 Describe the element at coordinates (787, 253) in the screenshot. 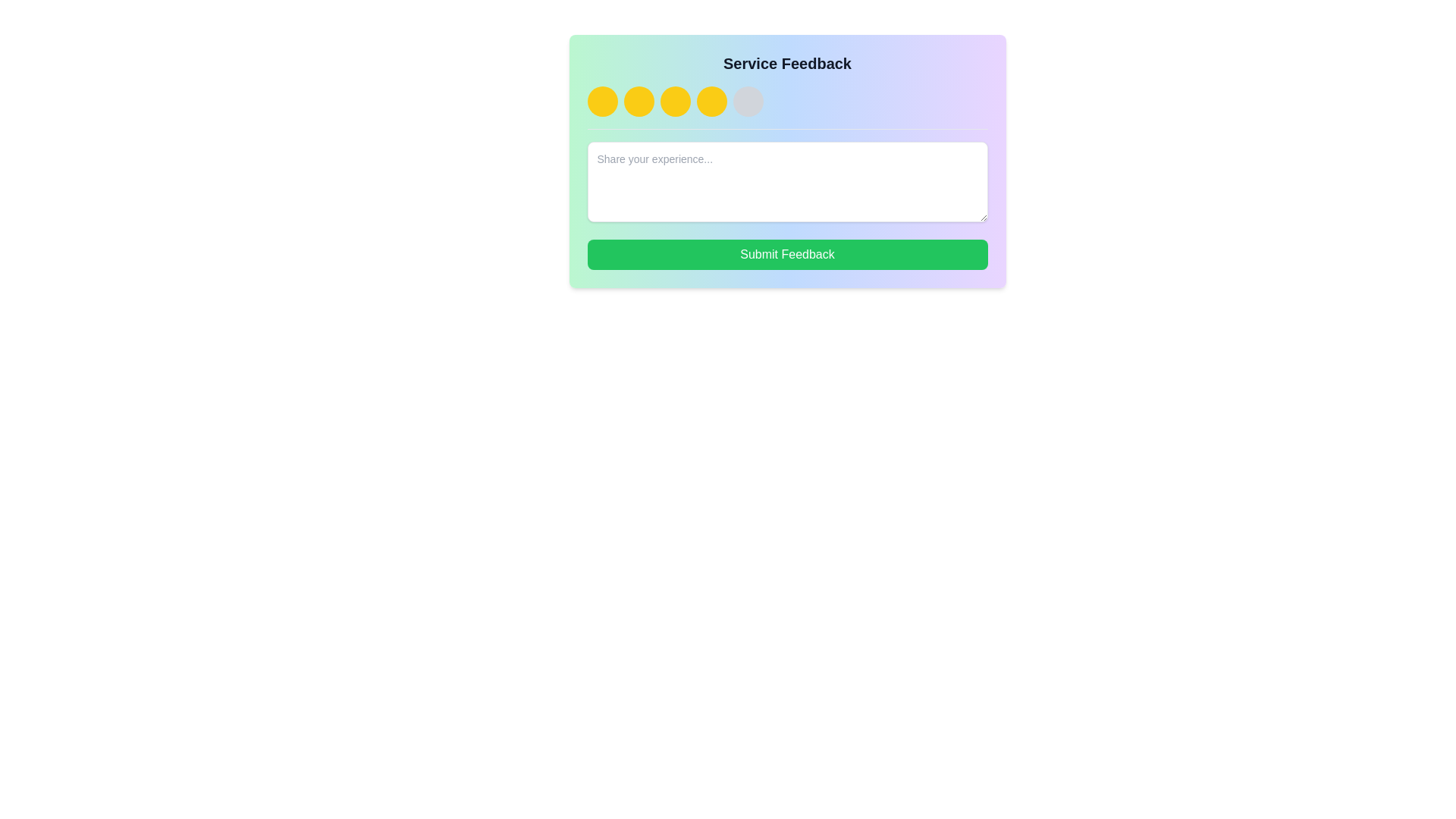

I see `the 'Submit Feedback' button located below the text input area` at that location.